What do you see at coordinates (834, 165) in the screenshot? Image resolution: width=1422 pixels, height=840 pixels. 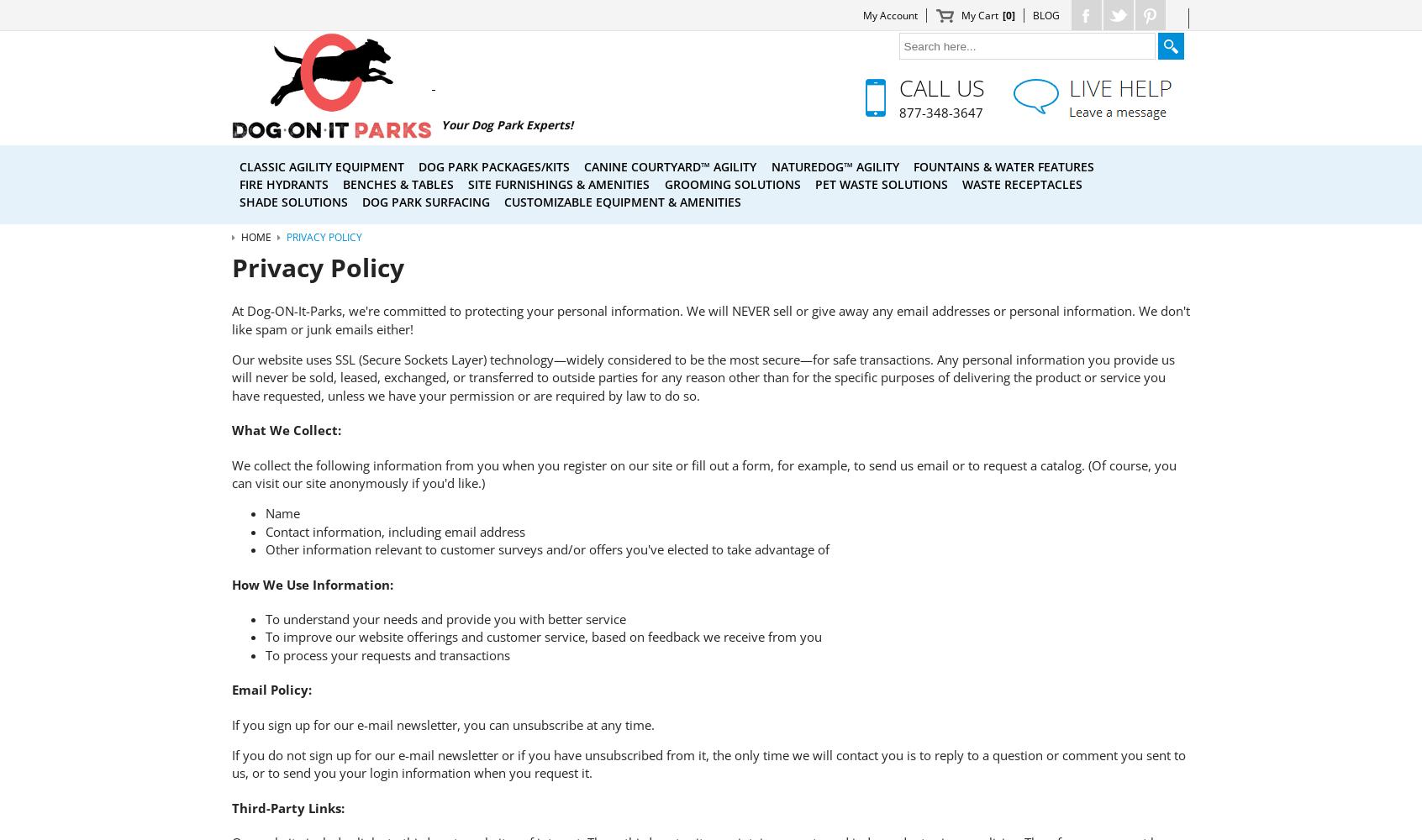 I see `'NatureDog™ Agility'` at bounding box center [834, 165].